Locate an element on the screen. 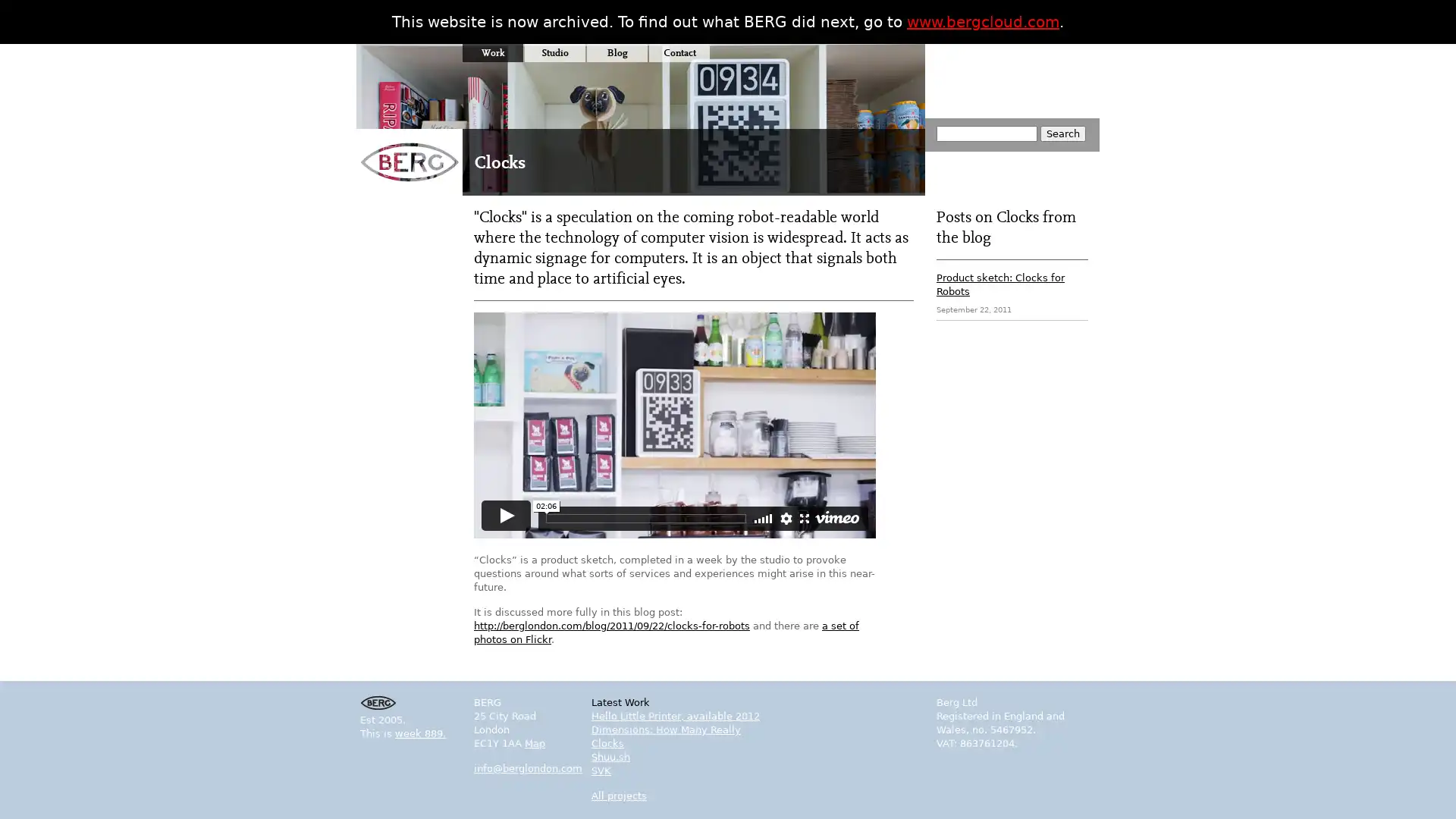 Image resolution: width=1456 pixels, height=819 pixels. Search is located at coordinates (1062, 133).